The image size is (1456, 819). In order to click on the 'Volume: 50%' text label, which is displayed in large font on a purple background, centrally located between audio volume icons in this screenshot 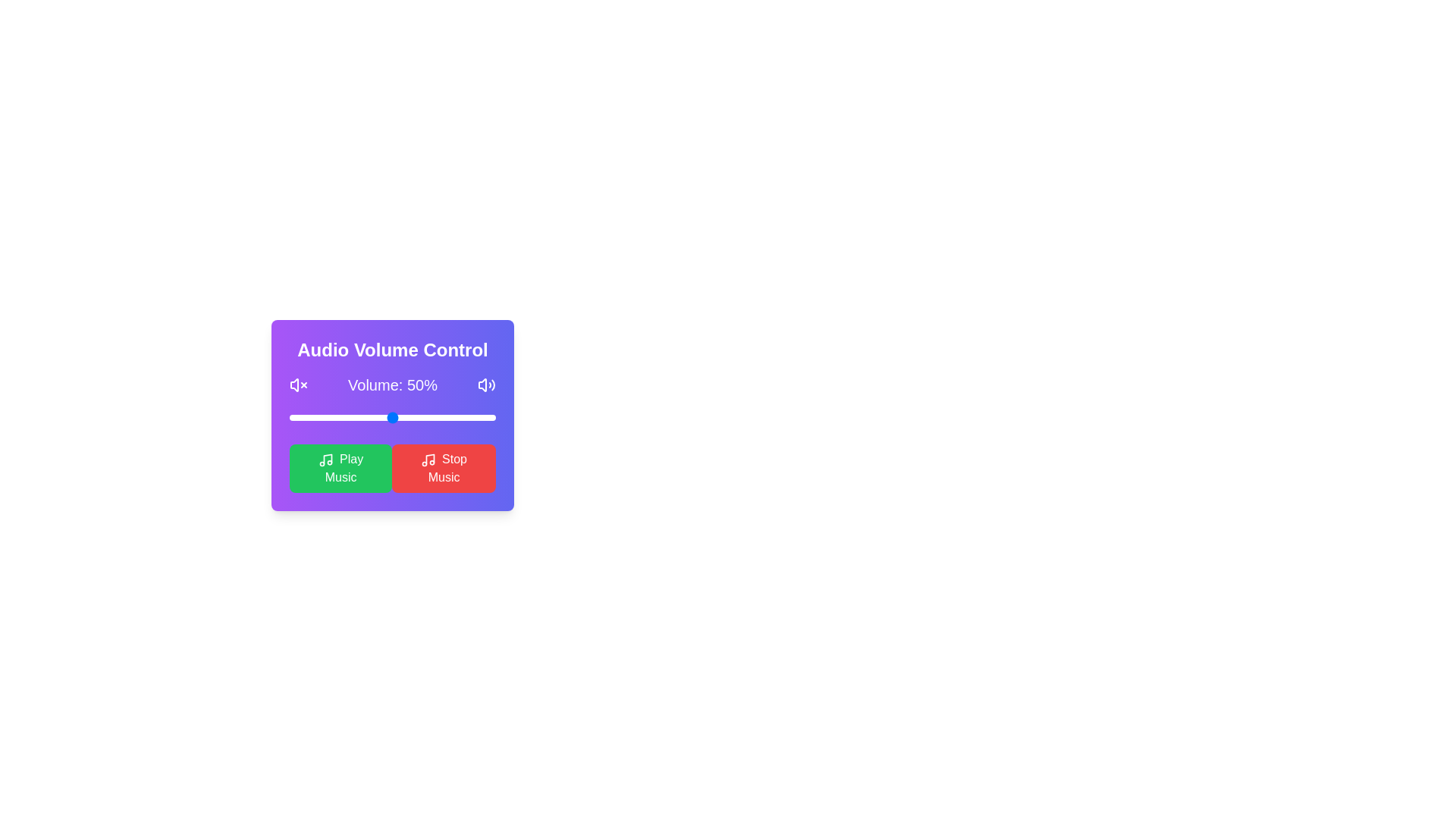, I will do `click(393, 384)`.